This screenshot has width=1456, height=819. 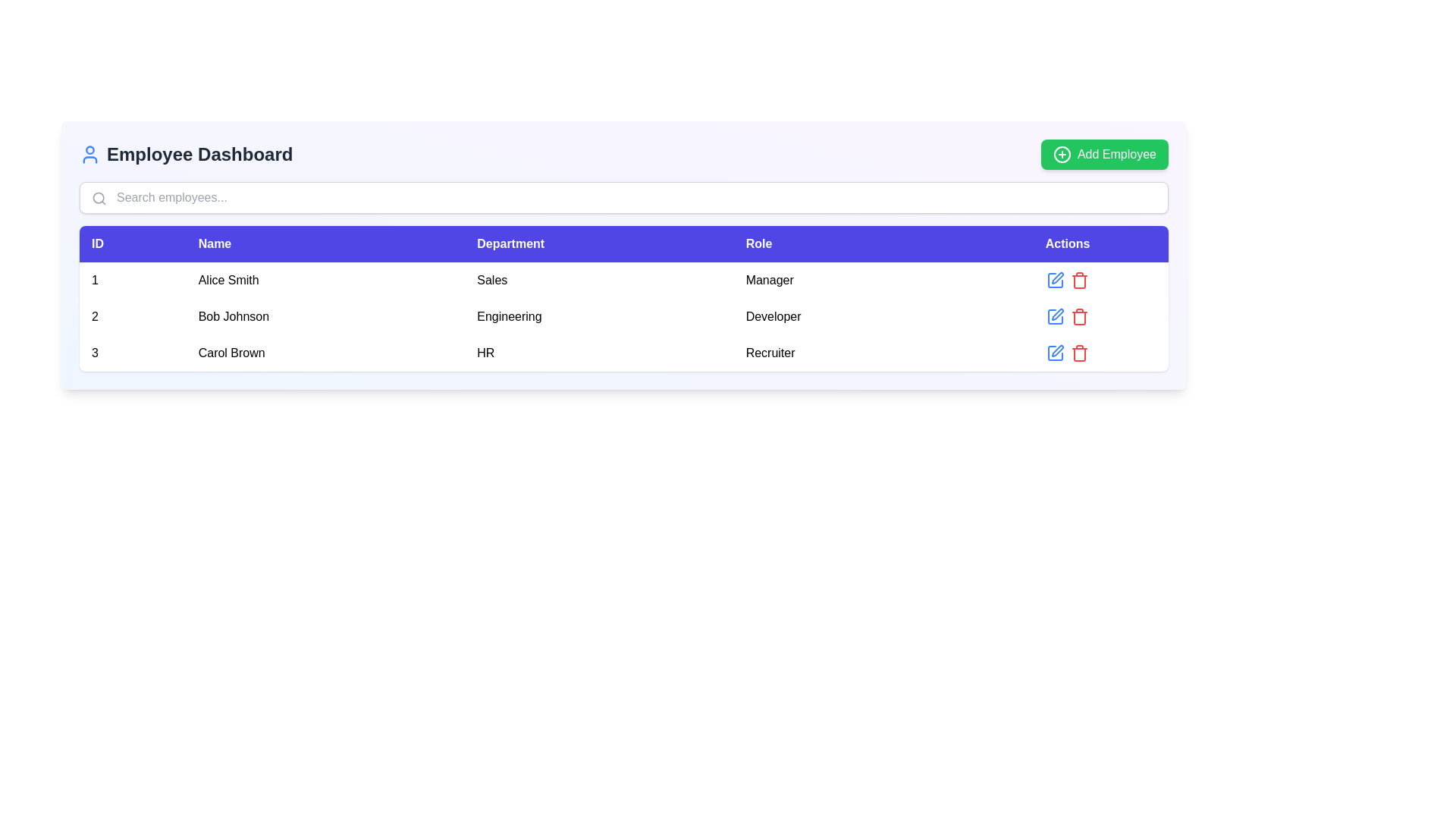 What do you see at coordinates (98, 198) in the screenshot?
I see `the small circular magnifying glass icon with a gray stroke, which is located on the left side of the search bar input field` at bounding box center [98, 198].